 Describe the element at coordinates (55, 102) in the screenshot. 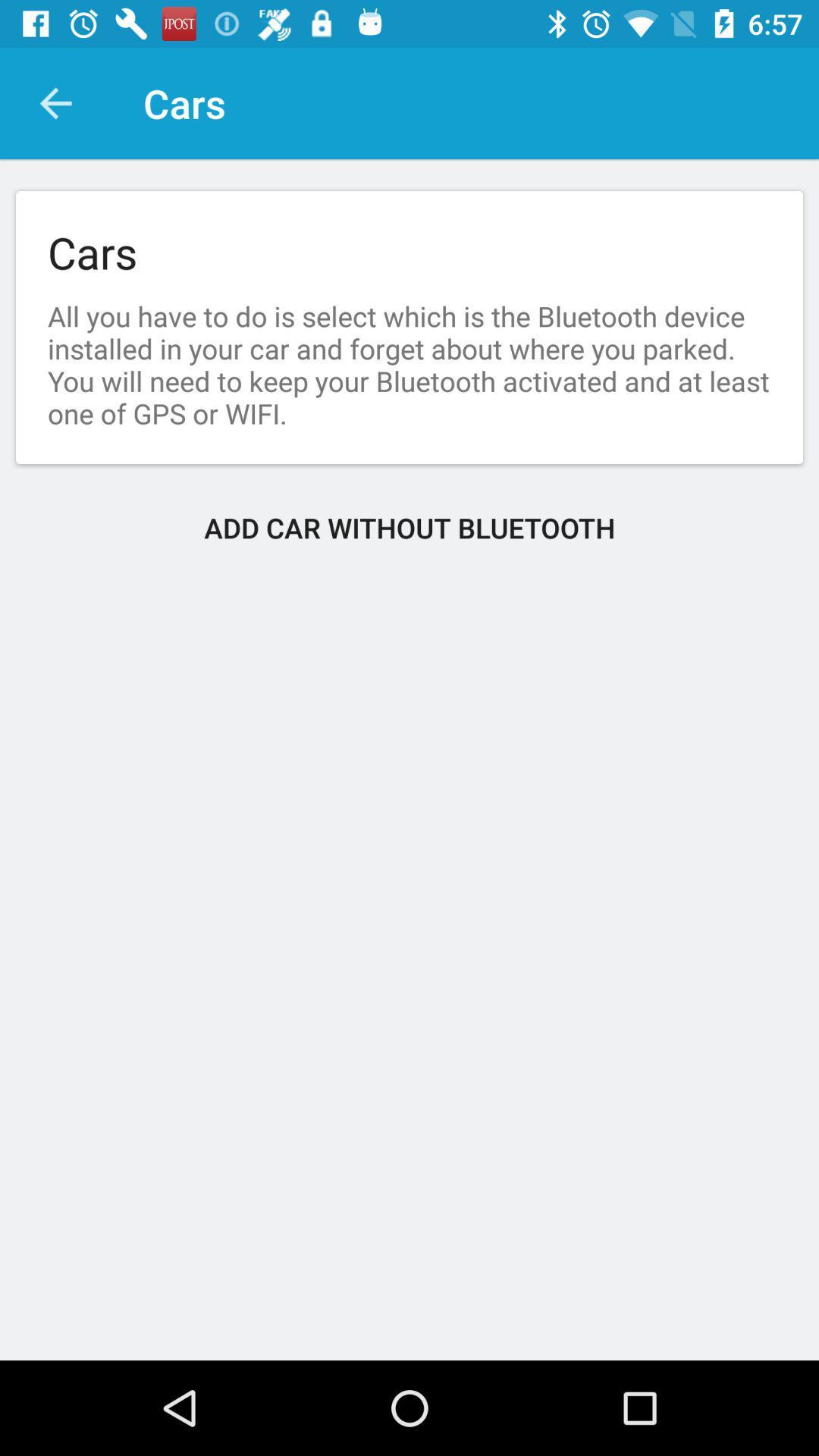

I see `item next to cars` at that location.